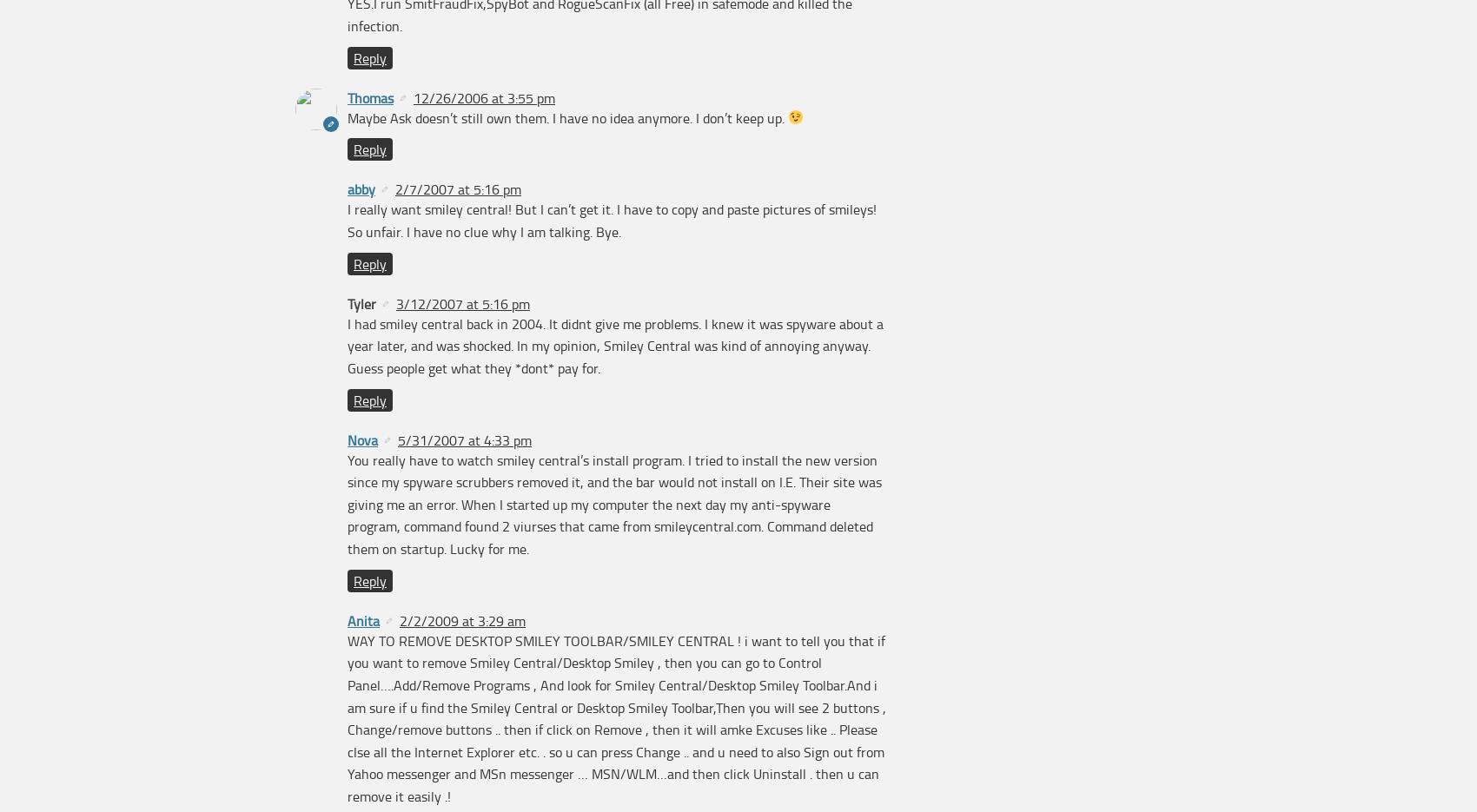 This screenshot has width=1477, height=812. What do you see at coordinates (362, 618) in the screenshot?
I see `'Anita'` at bounding box center [362, 618].